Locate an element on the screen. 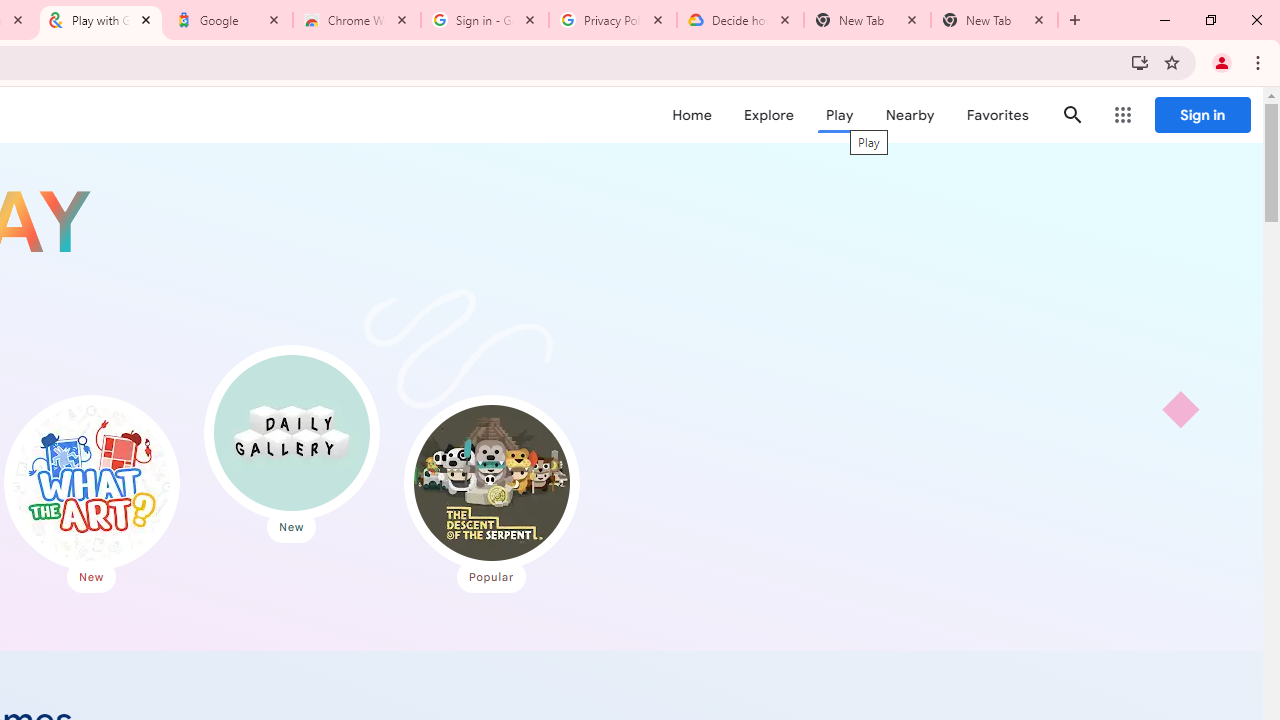 The height and width of the screenshot is (720, 1280). 'New Tab' is located at coordinates (994, 20).